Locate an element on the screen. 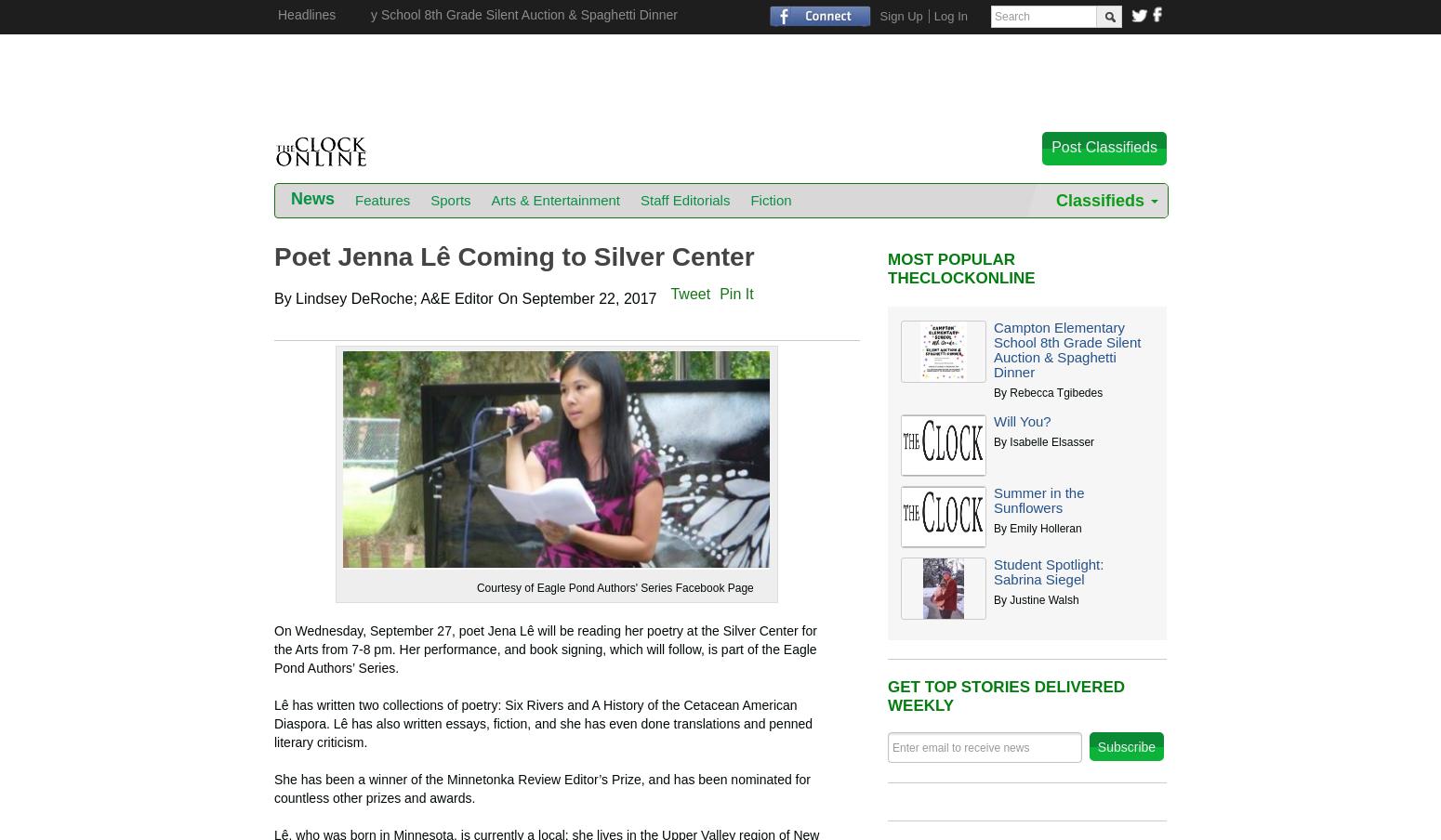 Image resolution: width=1441 pixels, height=840 pixels. 'On Wednesday, September 27, poet Jena Lê will be reading her poetry at the Silver Center for the Arts from 7-8 pm. Her performance, and book signing, which will follow, is part of the Eagle Pond Authors’ Series.' is located at coordinates (545, 647).